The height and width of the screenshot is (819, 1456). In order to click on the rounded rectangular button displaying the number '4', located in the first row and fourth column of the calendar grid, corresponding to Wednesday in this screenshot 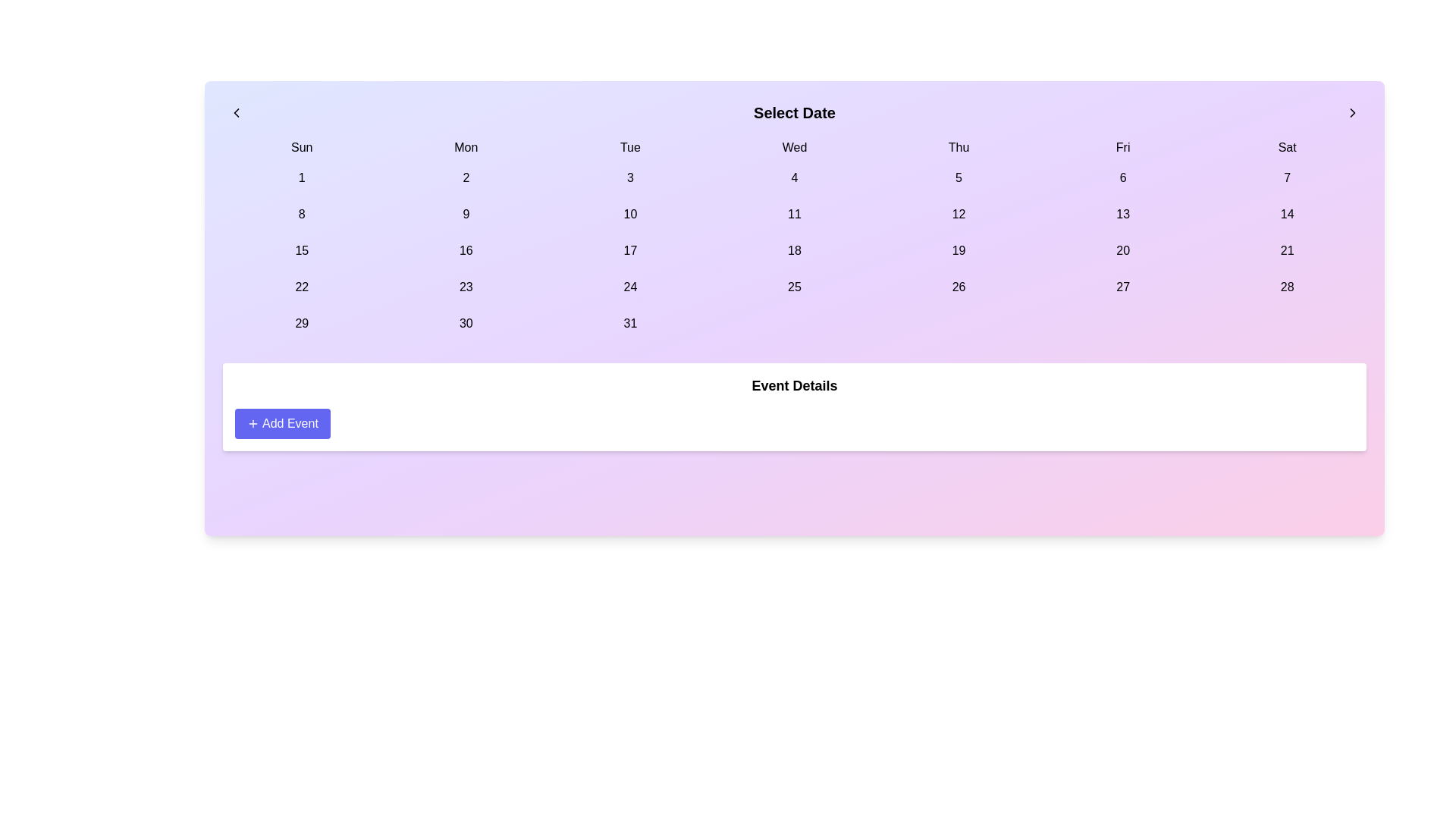, I will do `click(793, 177)`.